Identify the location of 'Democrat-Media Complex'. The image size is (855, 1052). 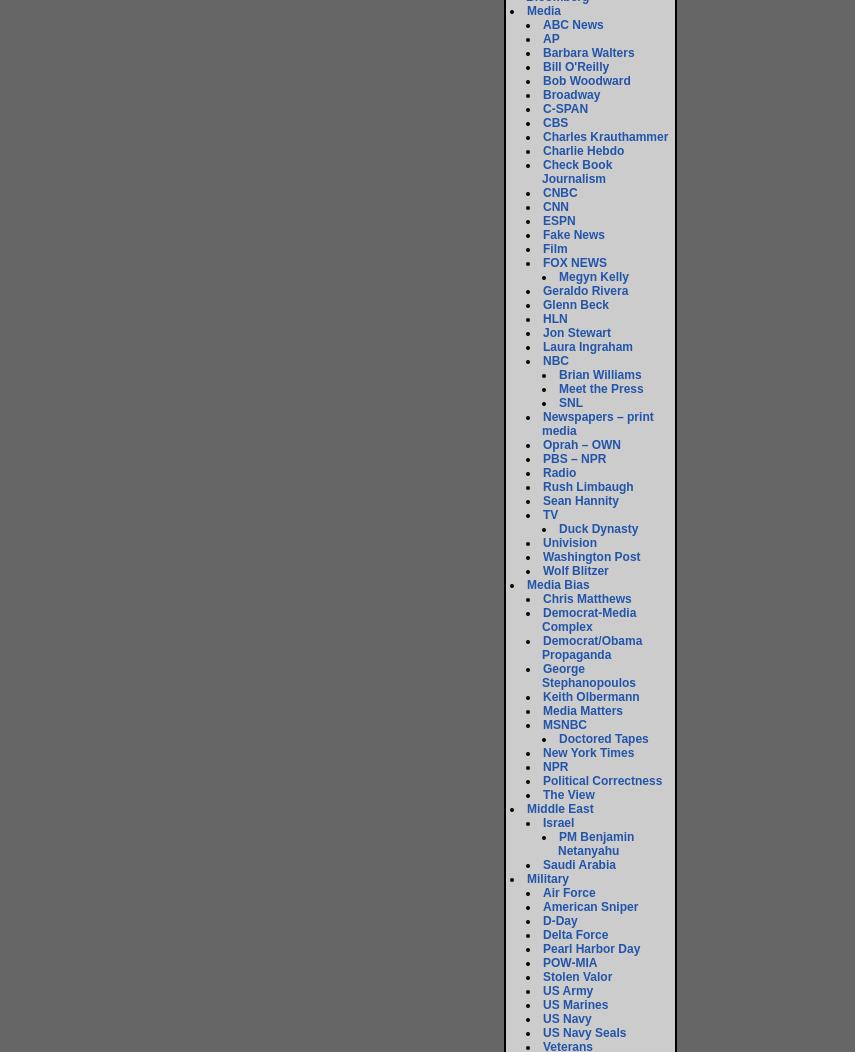
(588, 620).